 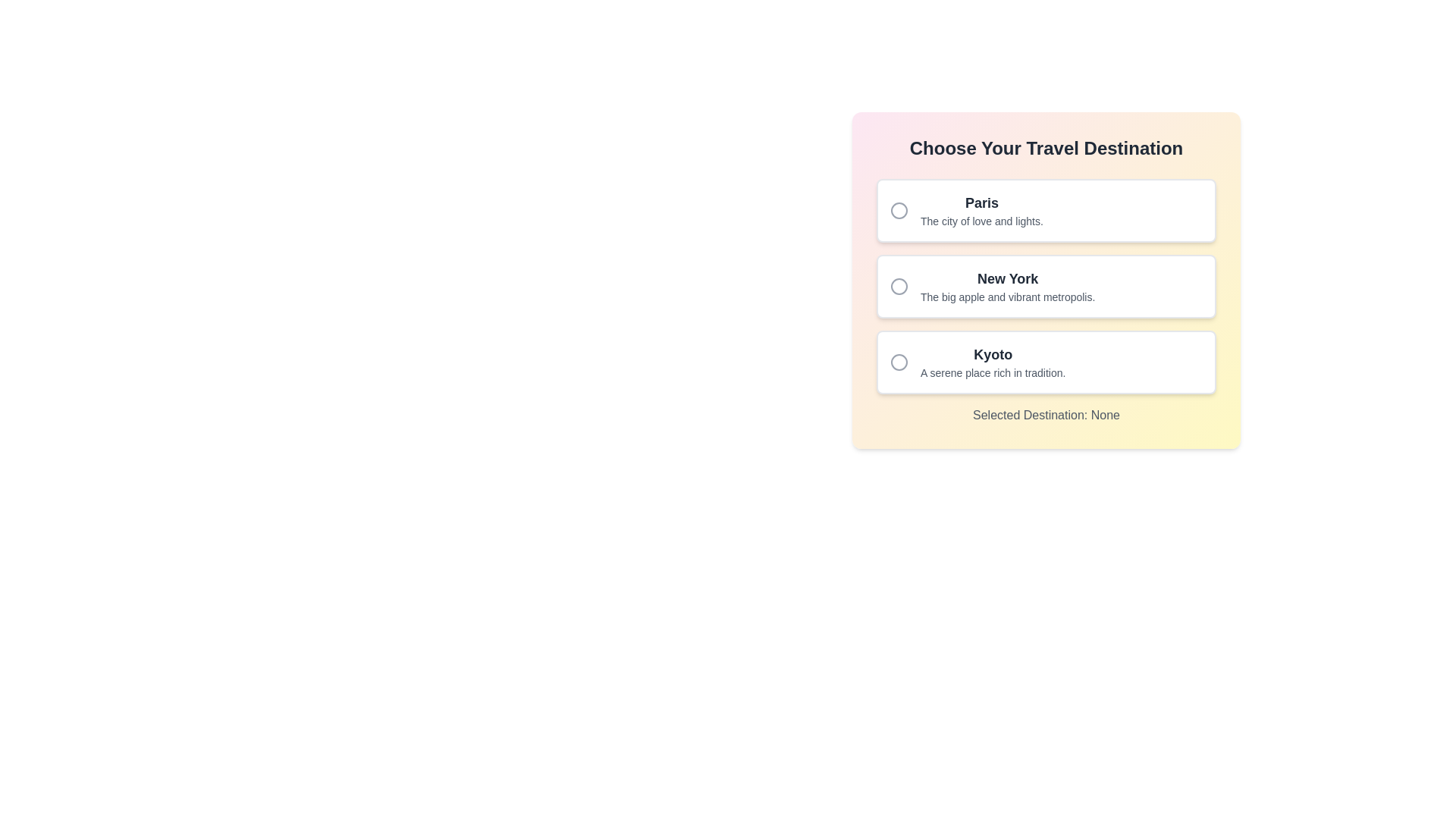 What do you see at coordinates (1046, 287) in the screenshot?
I see `the 'New York' selectable option with a radio button` at bounding box center [1046, 287].